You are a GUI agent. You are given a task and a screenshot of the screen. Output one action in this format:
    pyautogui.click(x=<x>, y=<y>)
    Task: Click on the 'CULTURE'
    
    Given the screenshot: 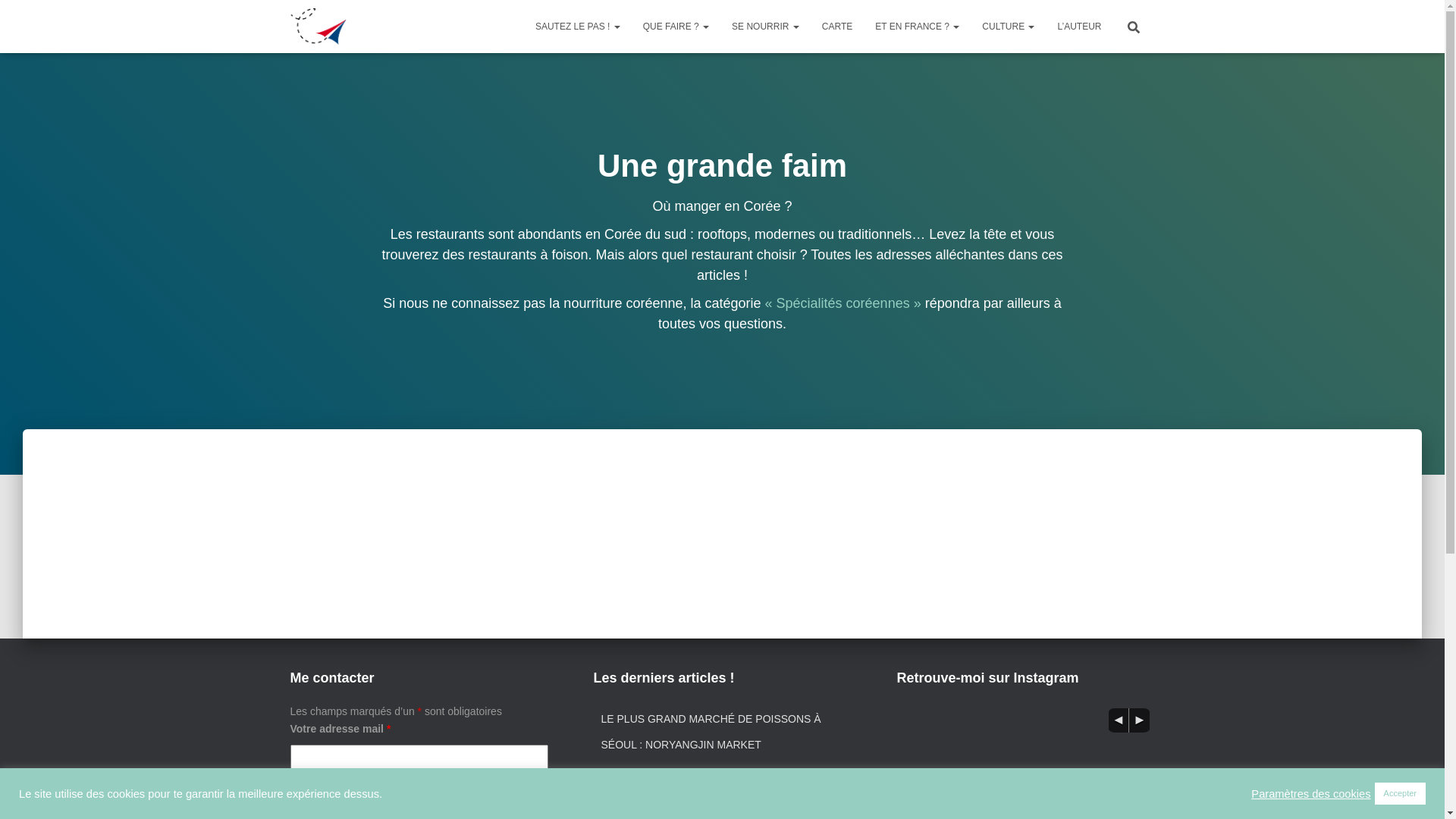 What is the action you would take?
    pyautogui.click(x=1008, y=26)
    